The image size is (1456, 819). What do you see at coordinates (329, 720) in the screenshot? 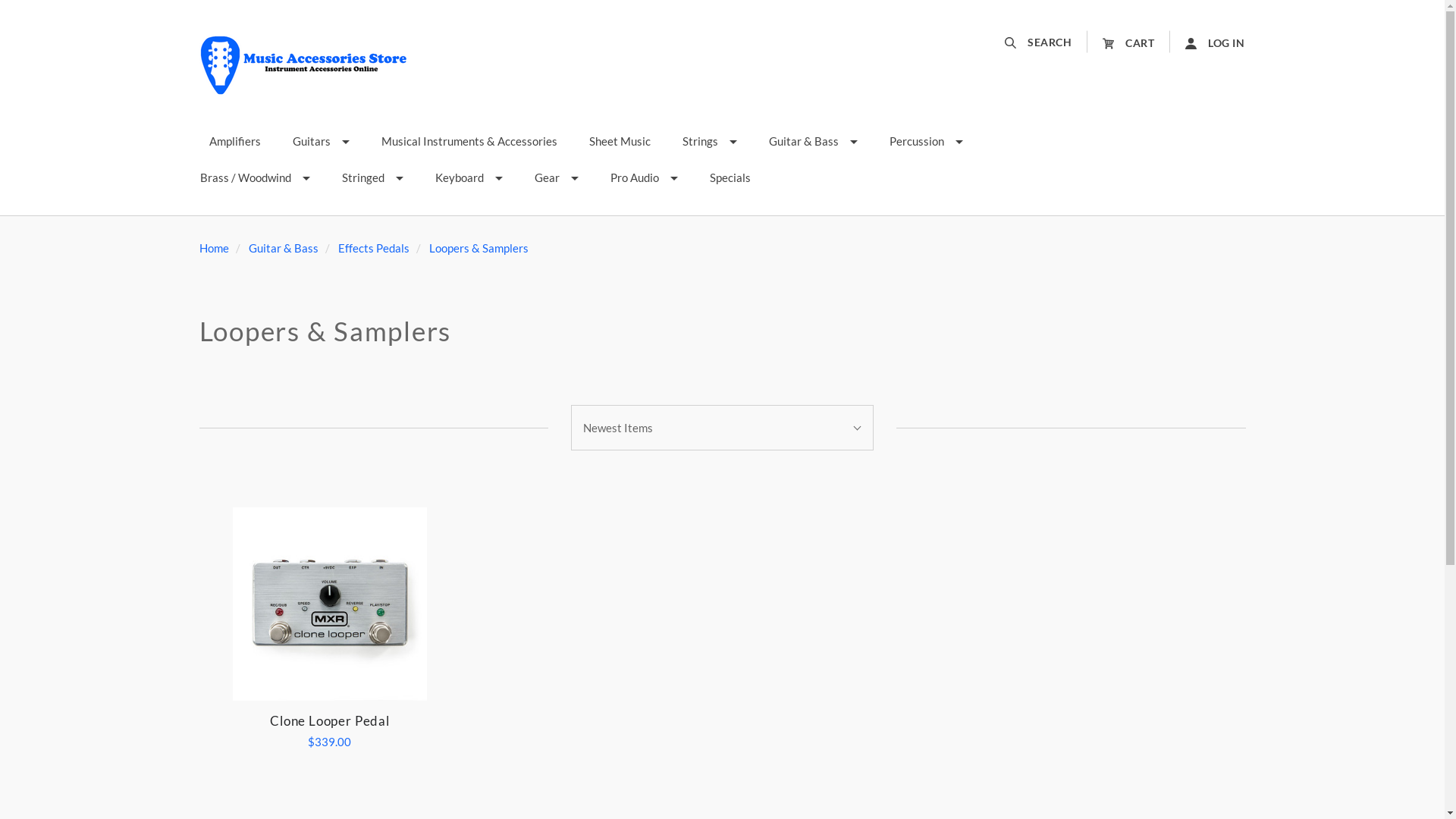
I see `'Clone Looper Pedal'` at bounding box center [329, 720].